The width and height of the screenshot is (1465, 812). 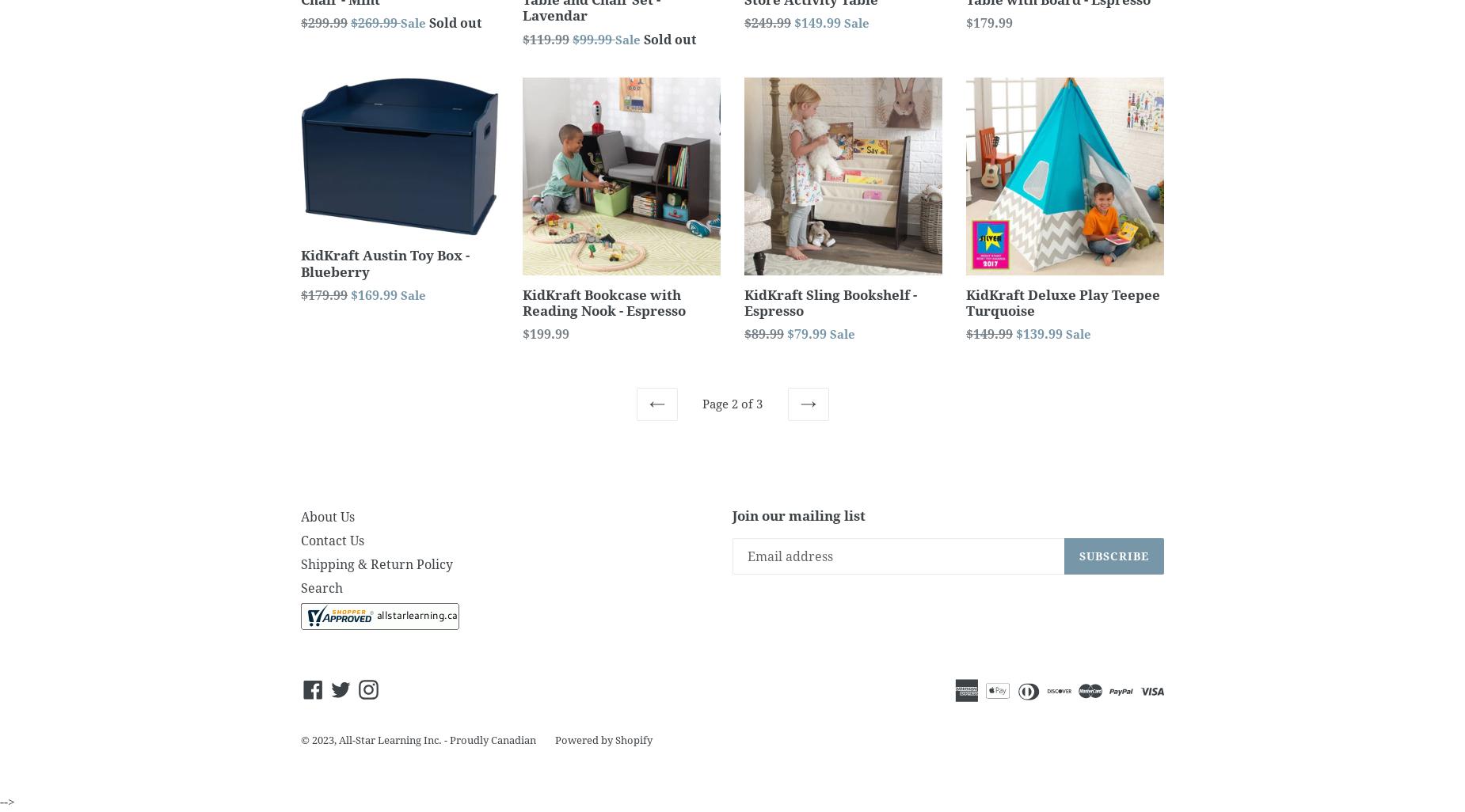 I want to click on '$139.99', so click(x=1040, y=334).